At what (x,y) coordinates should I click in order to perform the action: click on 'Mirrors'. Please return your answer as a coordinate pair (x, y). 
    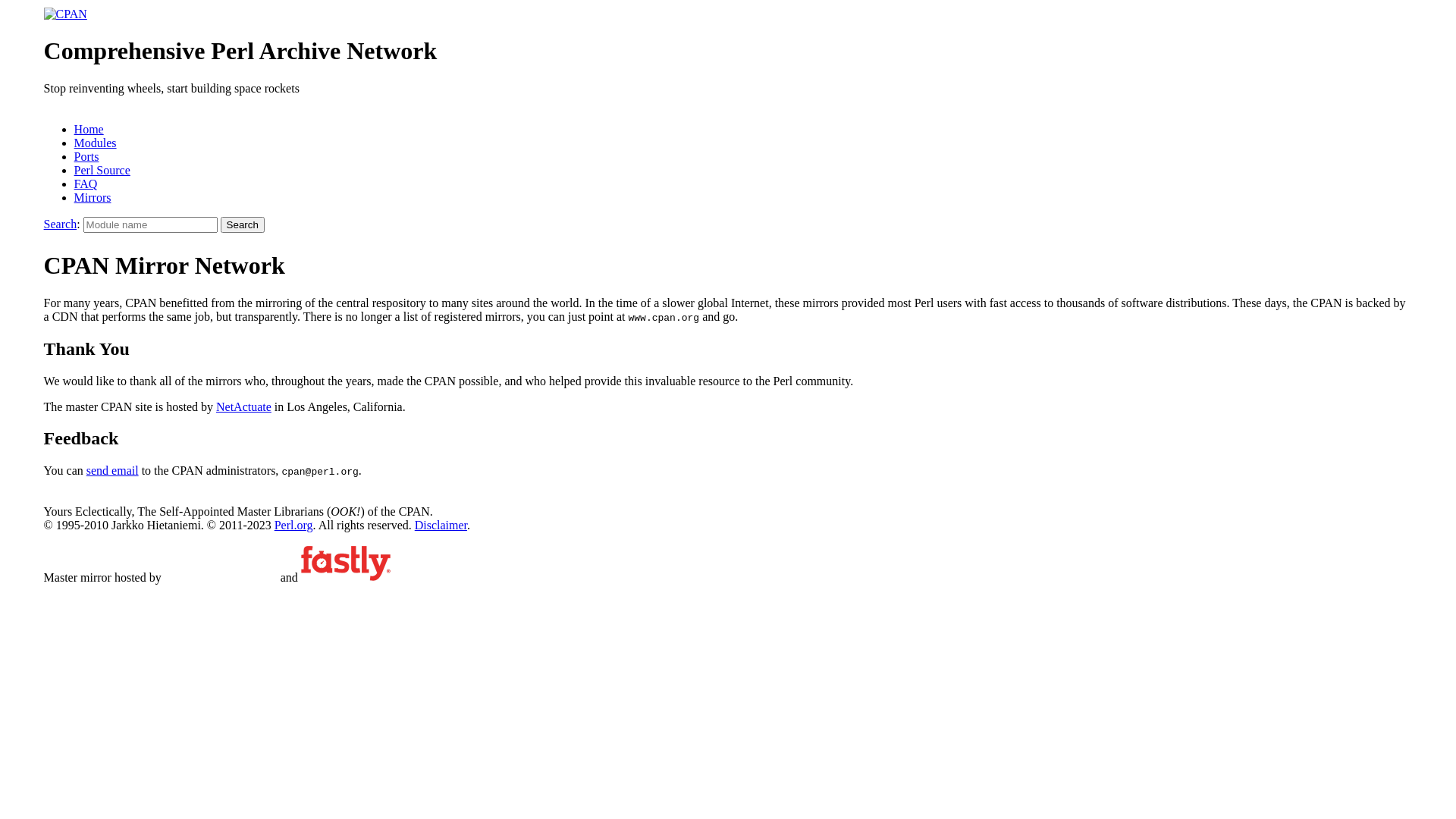
    Looking at the image, I should click on (92, 196).